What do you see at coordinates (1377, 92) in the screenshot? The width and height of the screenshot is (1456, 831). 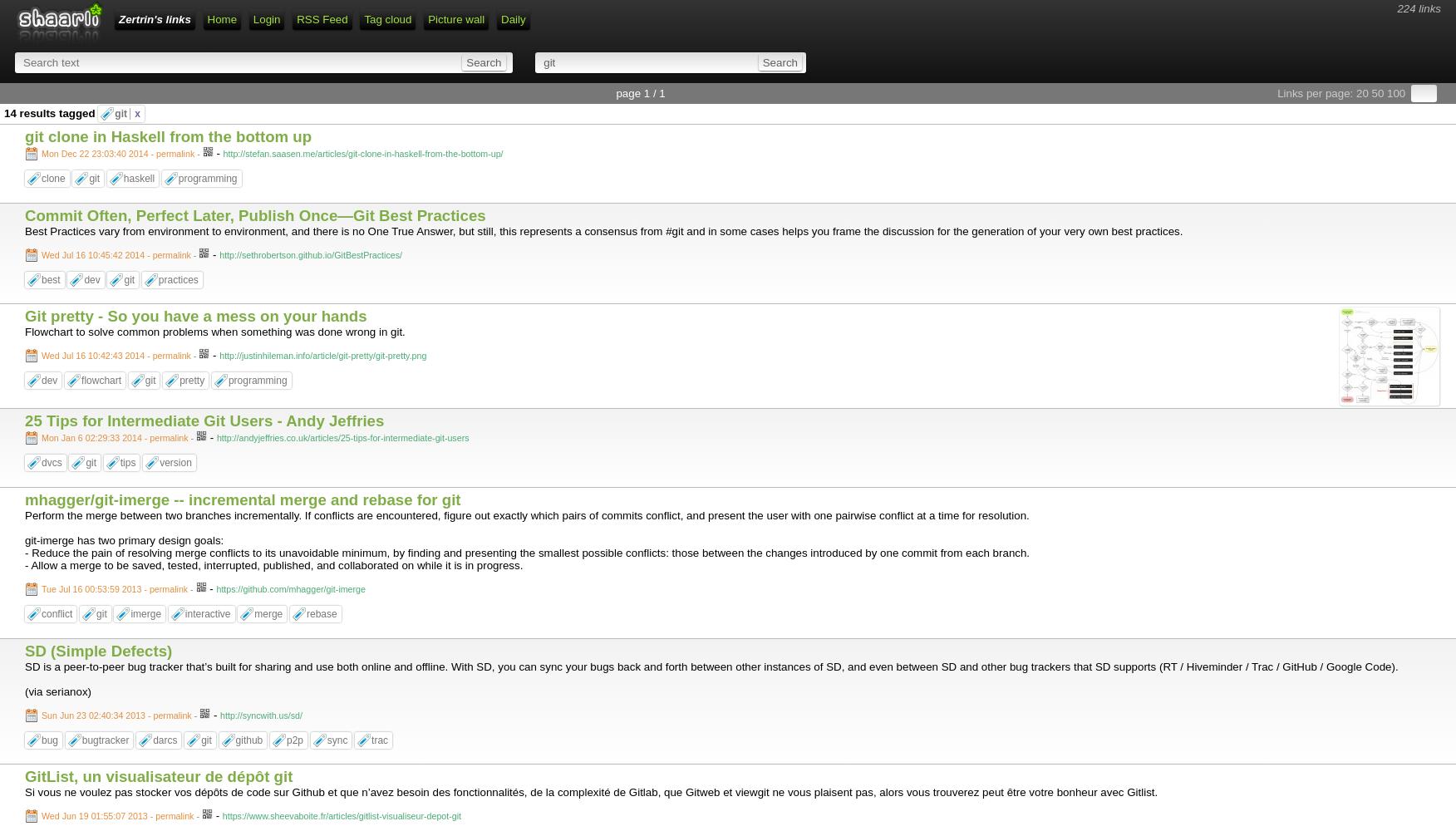 I see `'50'` at bounding box center [1377, 92].